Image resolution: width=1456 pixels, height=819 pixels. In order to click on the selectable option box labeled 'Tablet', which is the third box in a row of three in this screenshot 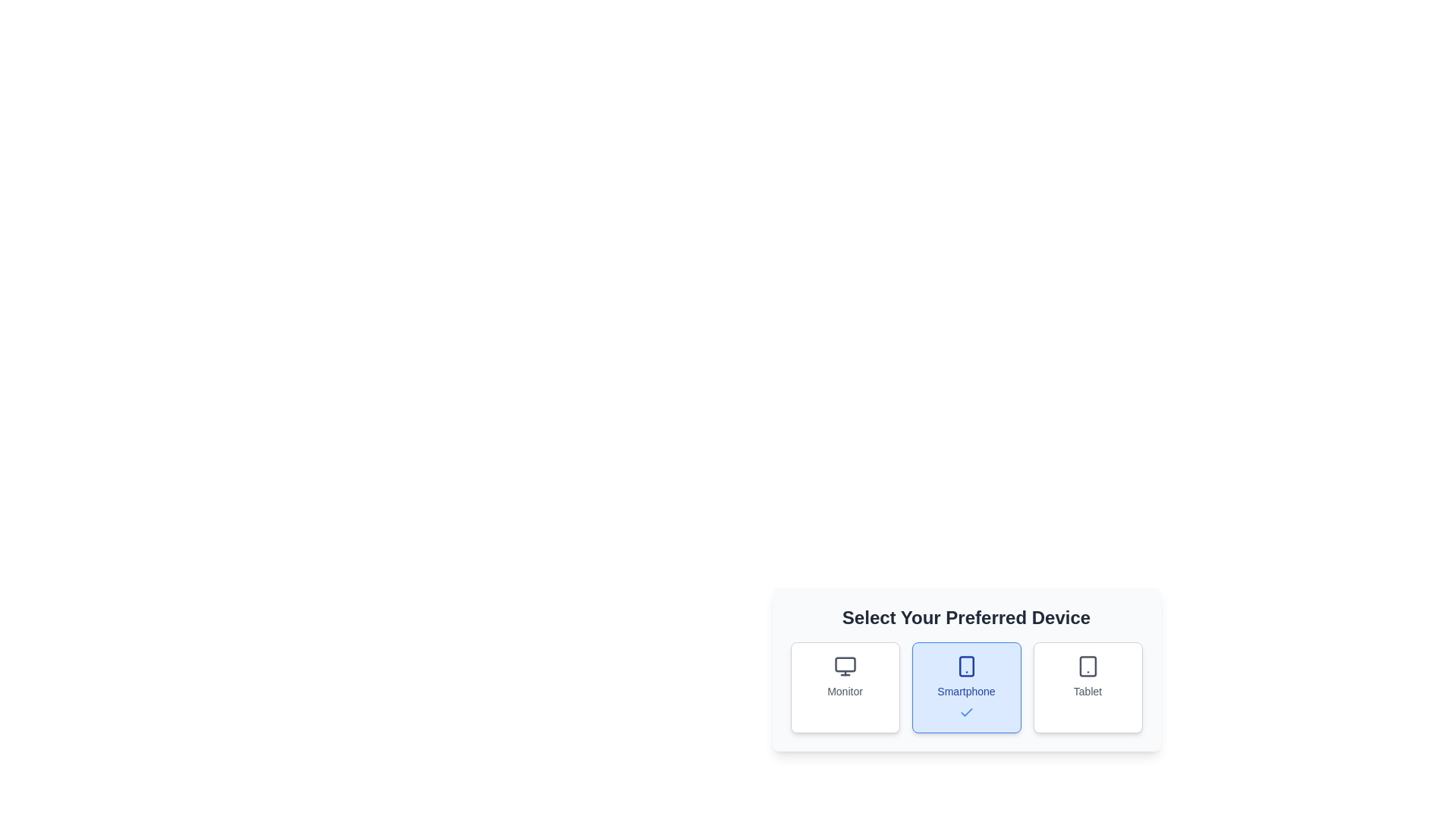, I will do `click(1087, 687)`.